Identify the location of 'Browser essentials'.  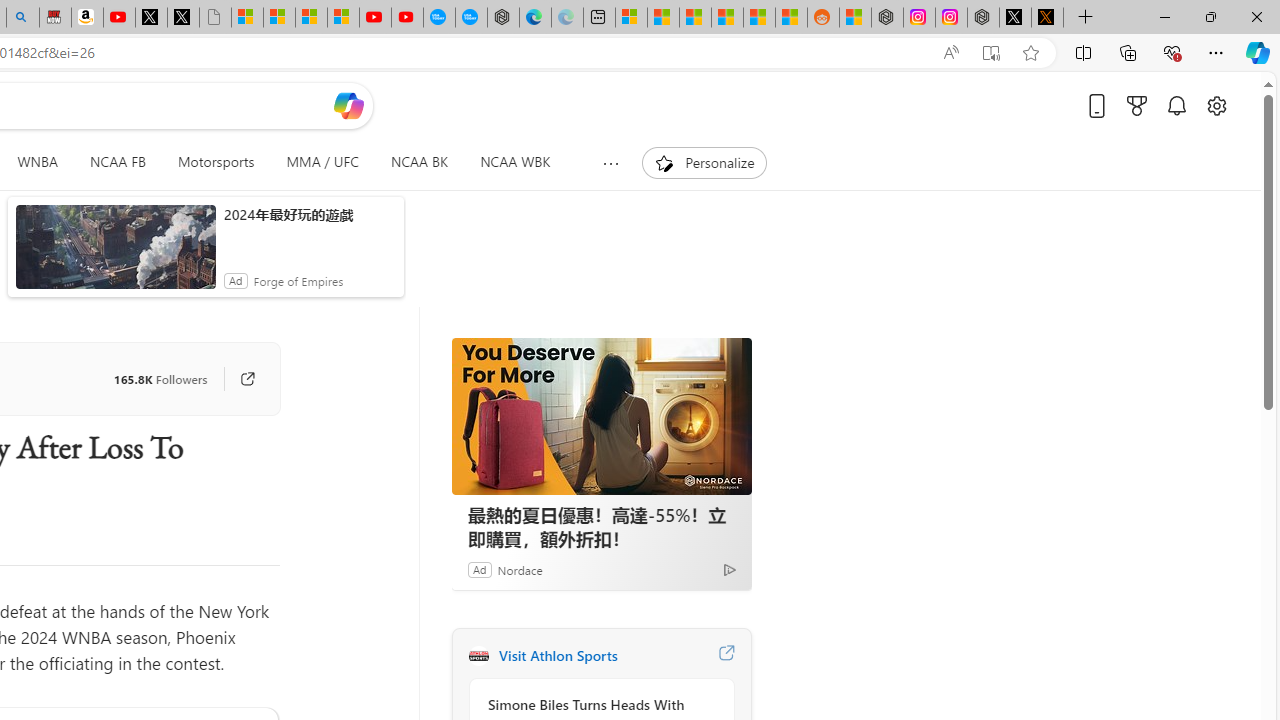
(1171, 51).